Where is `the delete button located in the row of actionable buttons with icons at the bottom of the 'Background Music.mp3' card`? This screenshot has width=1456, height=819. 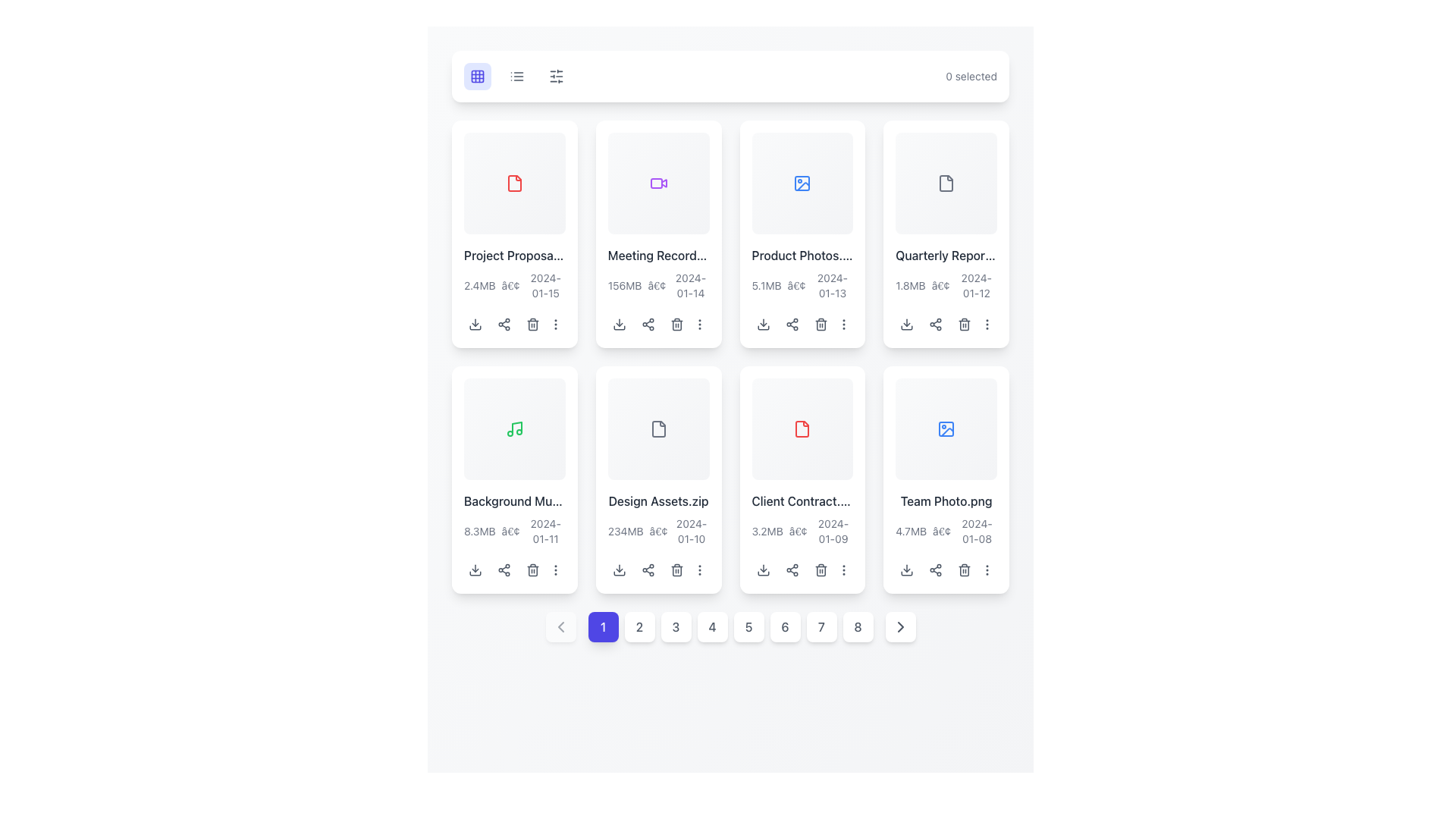
the delete button located in the row of actionable buttons with icons at the bottom of the 'Background Music.mp3' card is located at coordinates (514, 570).